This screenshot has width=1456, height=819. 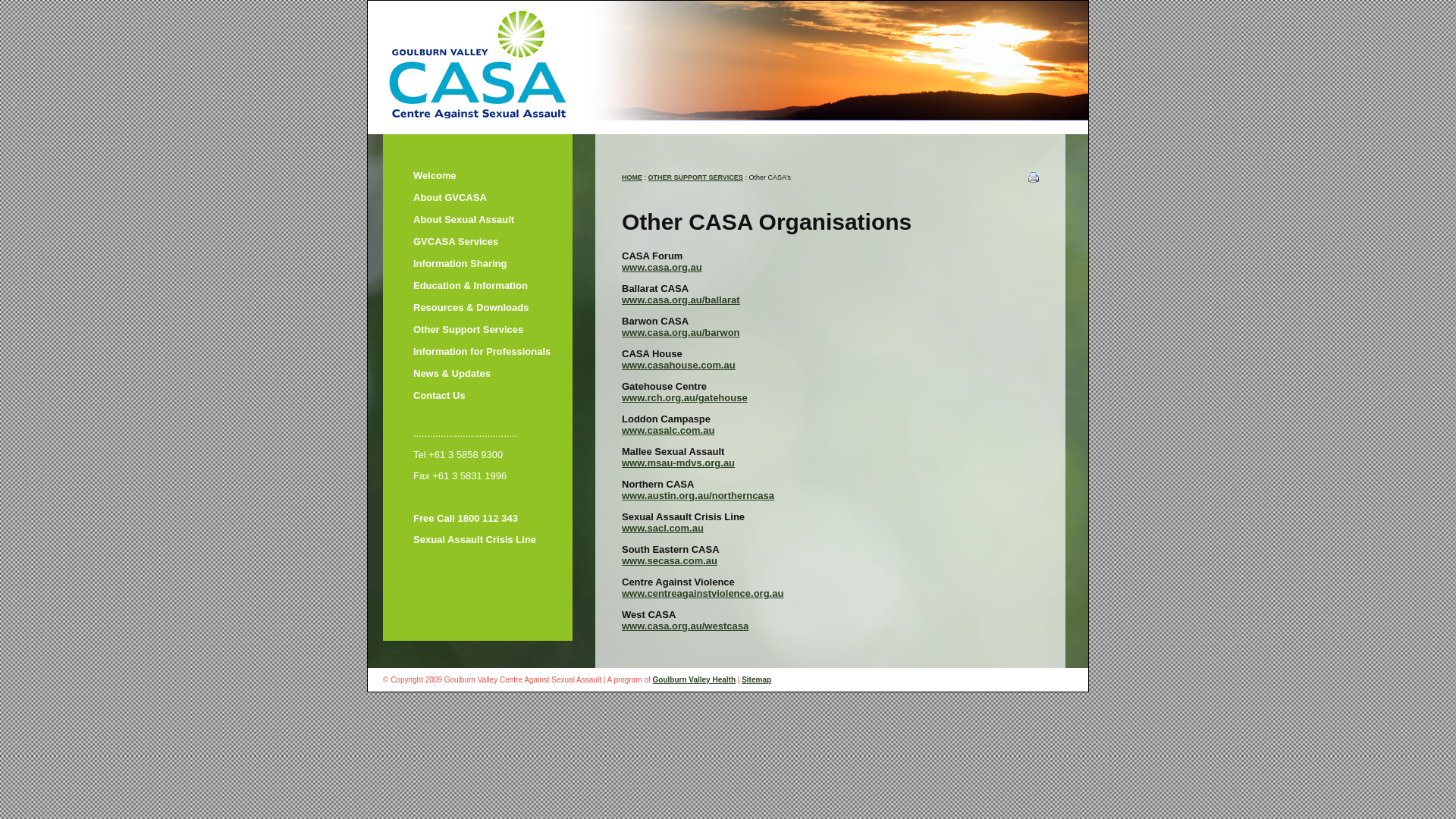 What do you see at coordinates (701, 592) in the screenshot?
I see `'www.centreagainstviolence.org.au'` at bounding box center [701, 592].